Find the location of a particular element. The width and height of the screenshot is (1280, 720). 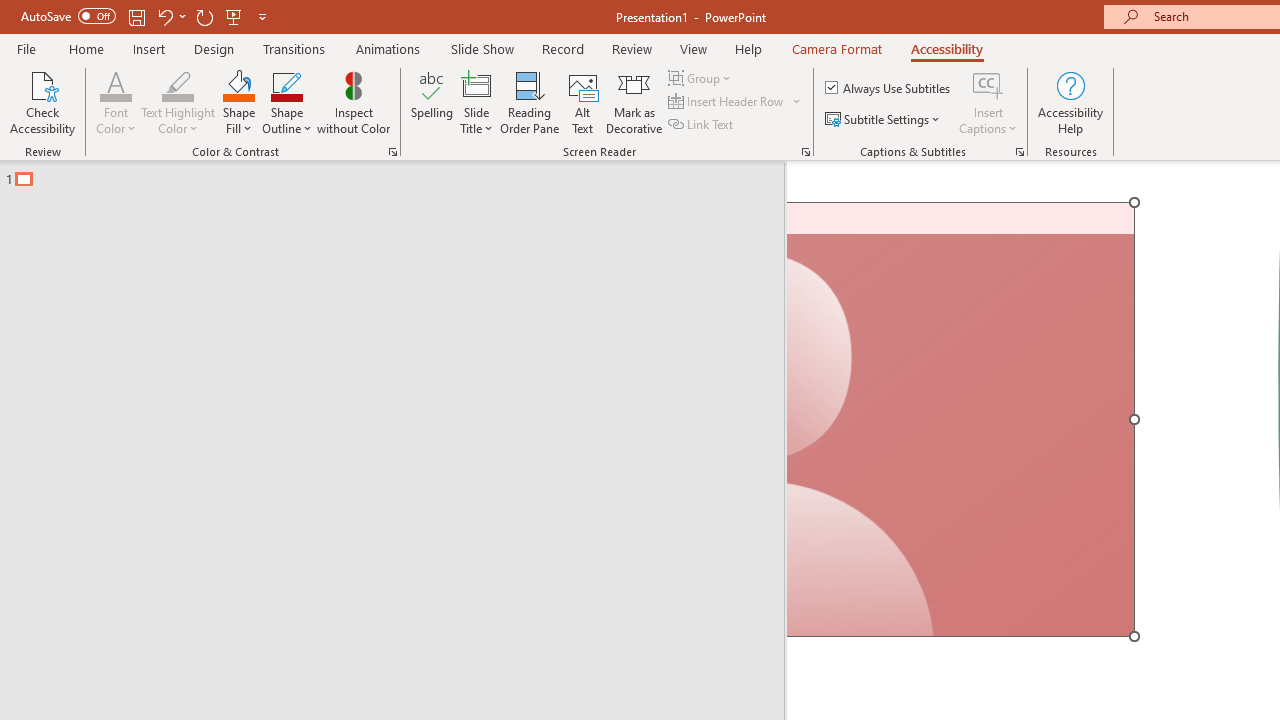

'Camera 7, No camera detected.' is located at coordinates (961, 419).